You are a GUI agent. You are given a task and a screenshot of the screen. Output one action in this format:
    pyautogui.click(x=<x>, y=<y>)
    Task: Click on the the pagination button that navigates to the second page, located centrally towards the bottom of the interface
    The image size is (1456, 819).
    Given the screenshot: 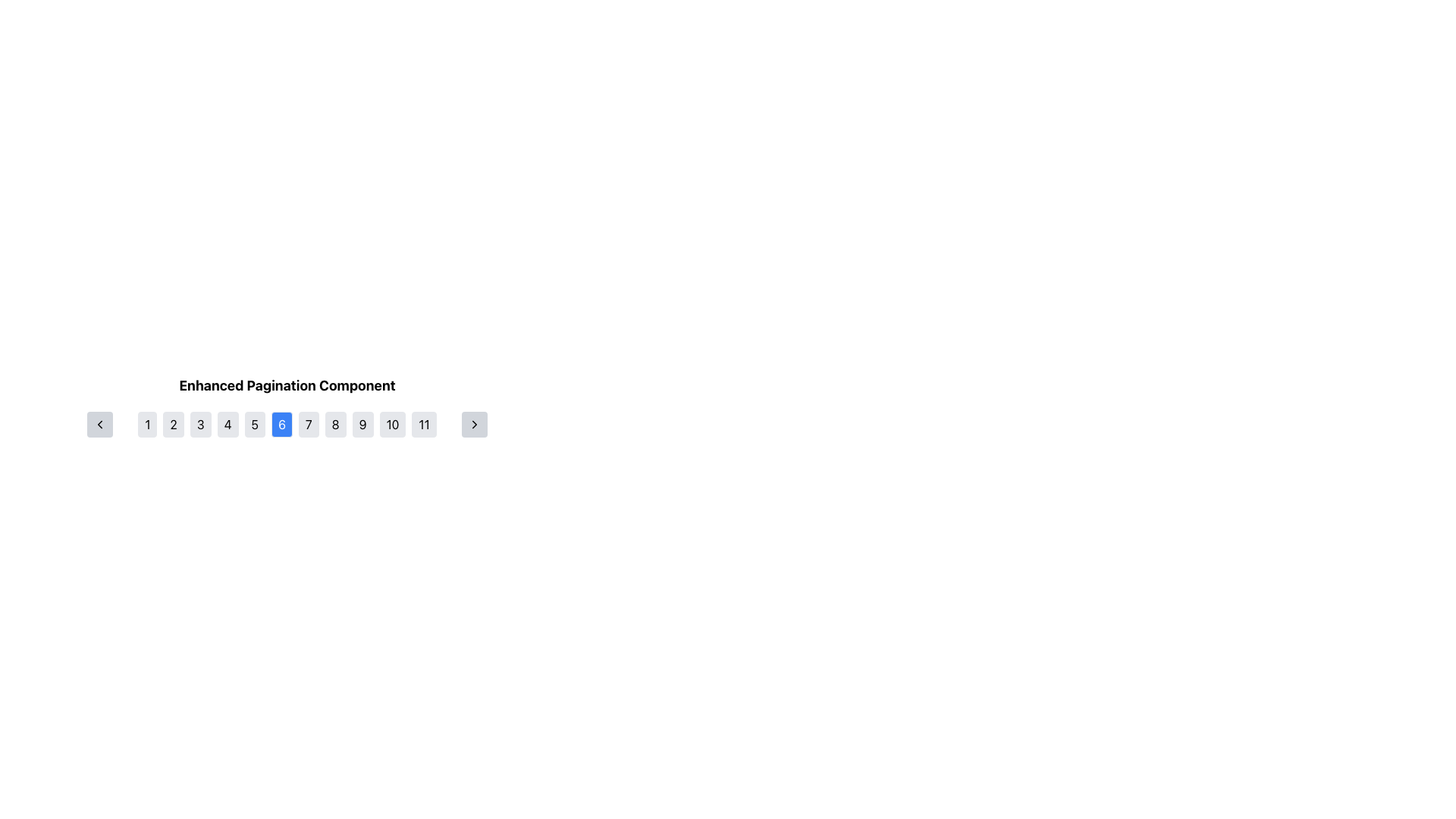 What is the action you would take?
    pyautogui.click(x=174, y=424)
    